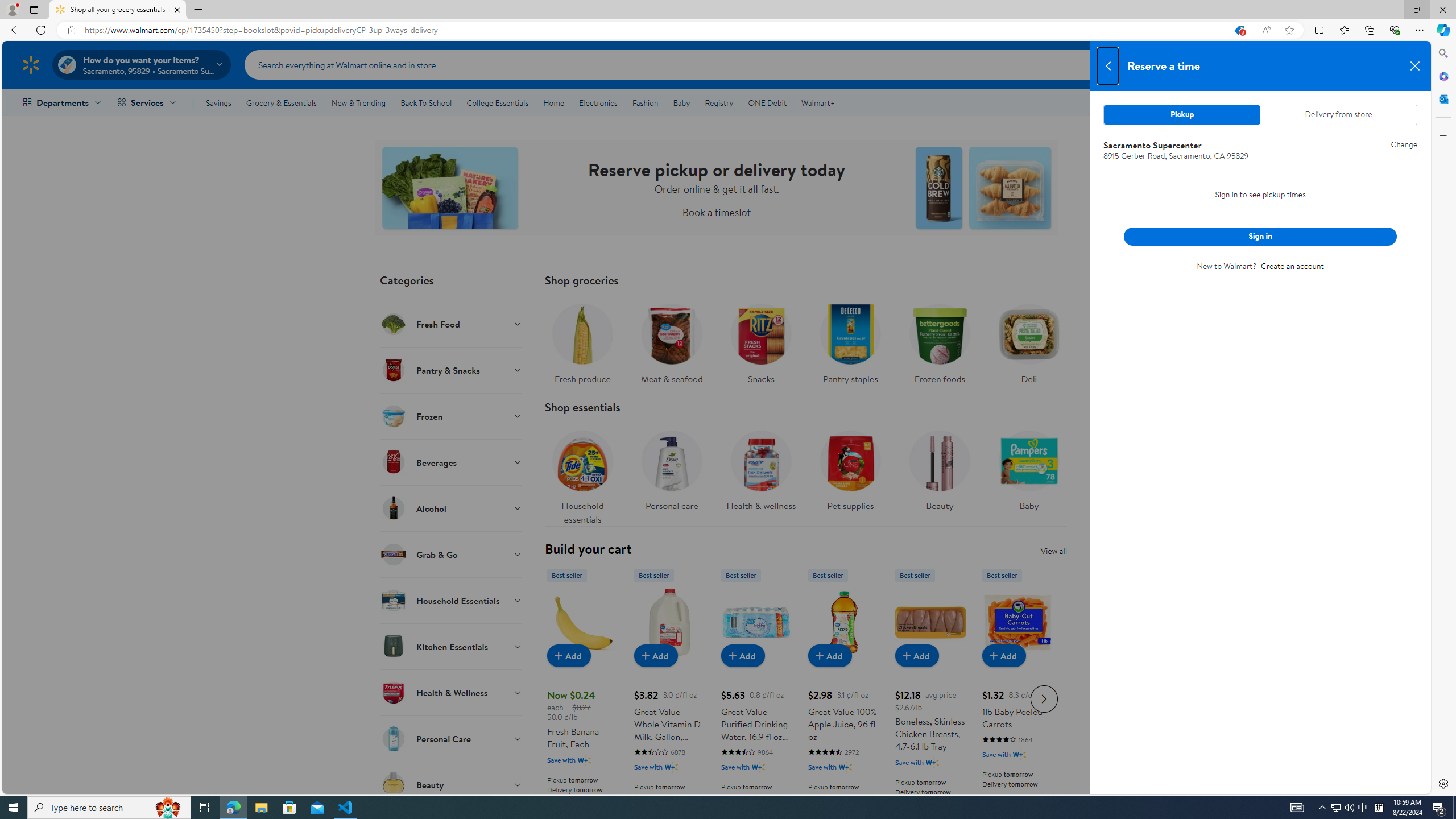 The image size is (1456, 819). What do you see at coordinates (1044, 698) in the screenshot?
I see `'Next slide for Product Carousel list'` at bounding box center [1044, 698].